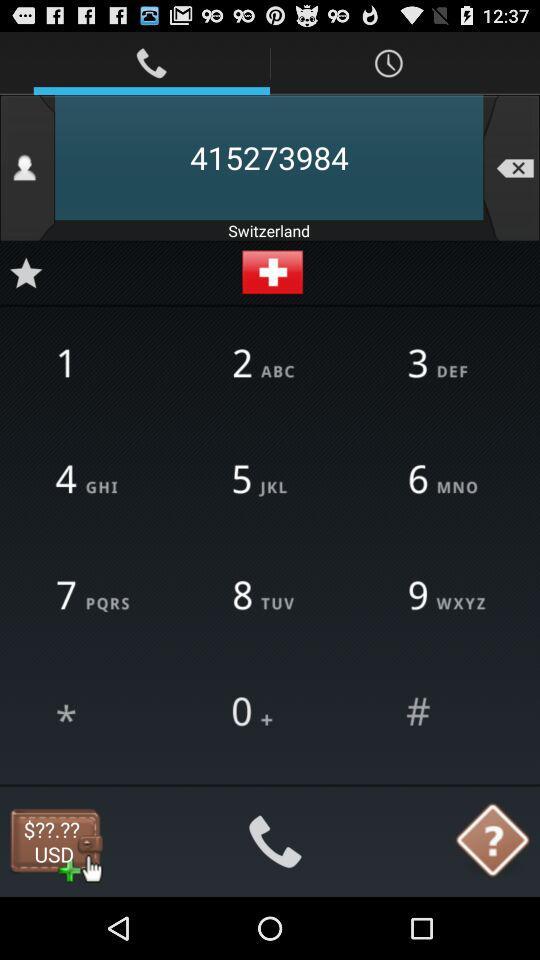  Describe the element at coordinates (25, 271) in the screenshot. I see `the number` at that location.